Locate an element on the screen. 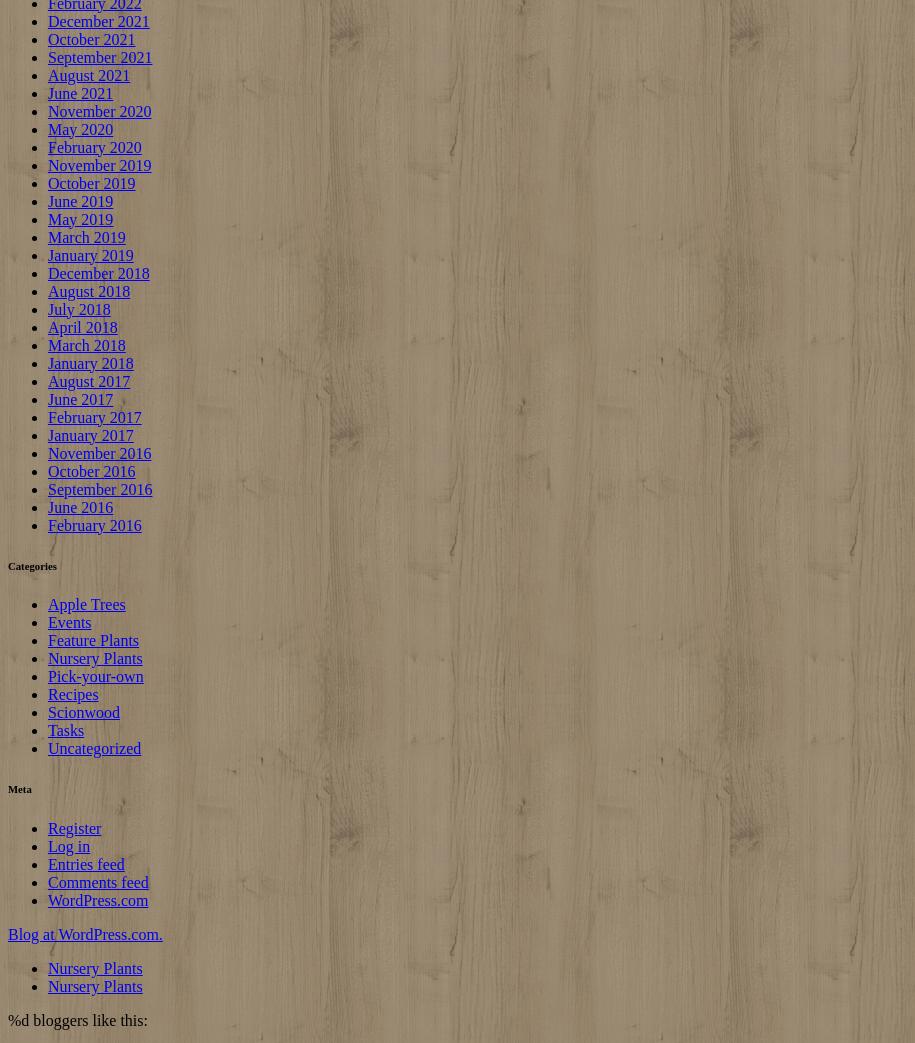 This screenshot has height=1043, width=915. 'August 2018' is located at coordinates (88, 290).